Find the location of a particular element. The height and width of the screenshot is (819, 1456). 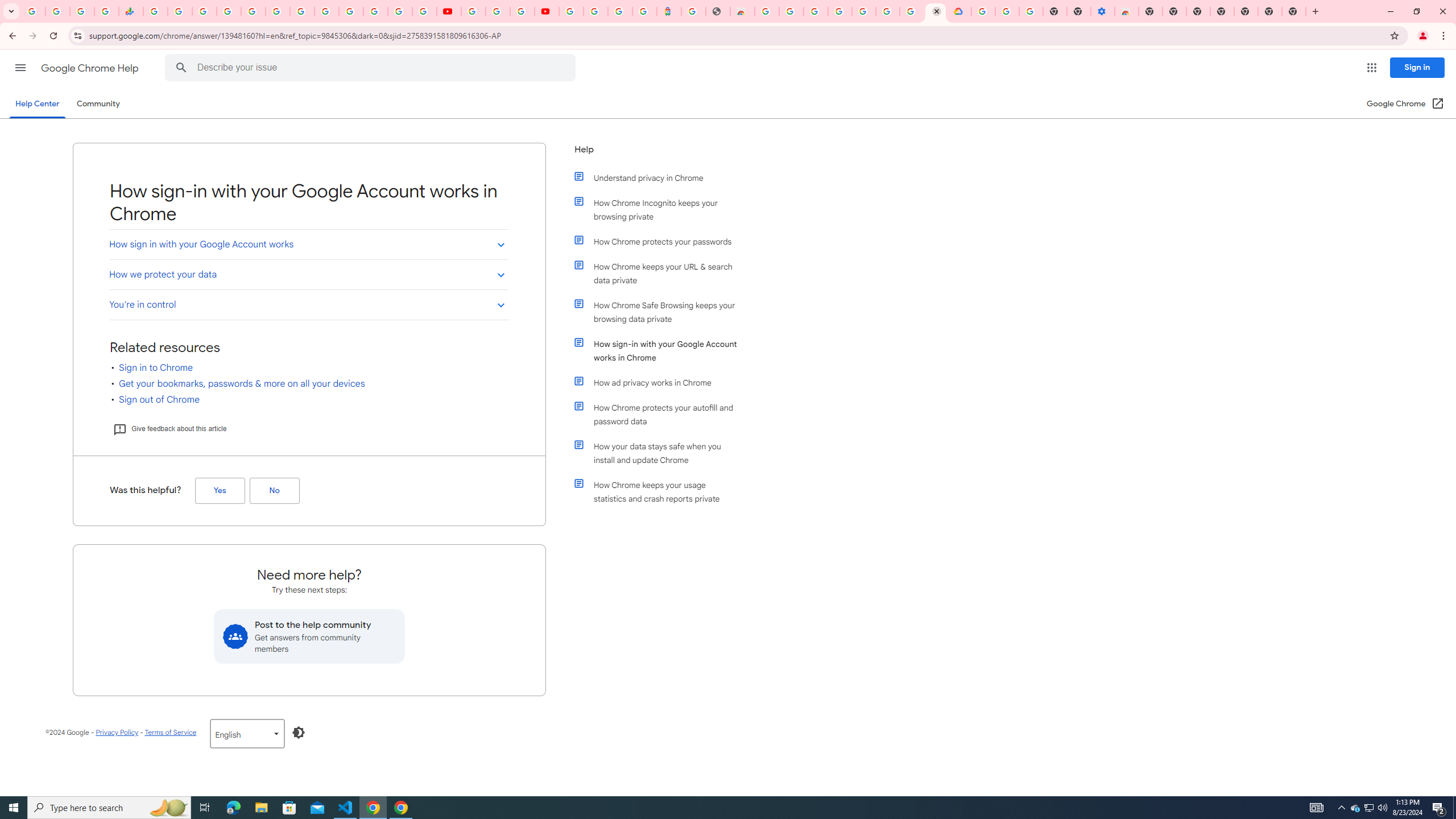

'Describe your issue' is located at coordinates (371, 67).